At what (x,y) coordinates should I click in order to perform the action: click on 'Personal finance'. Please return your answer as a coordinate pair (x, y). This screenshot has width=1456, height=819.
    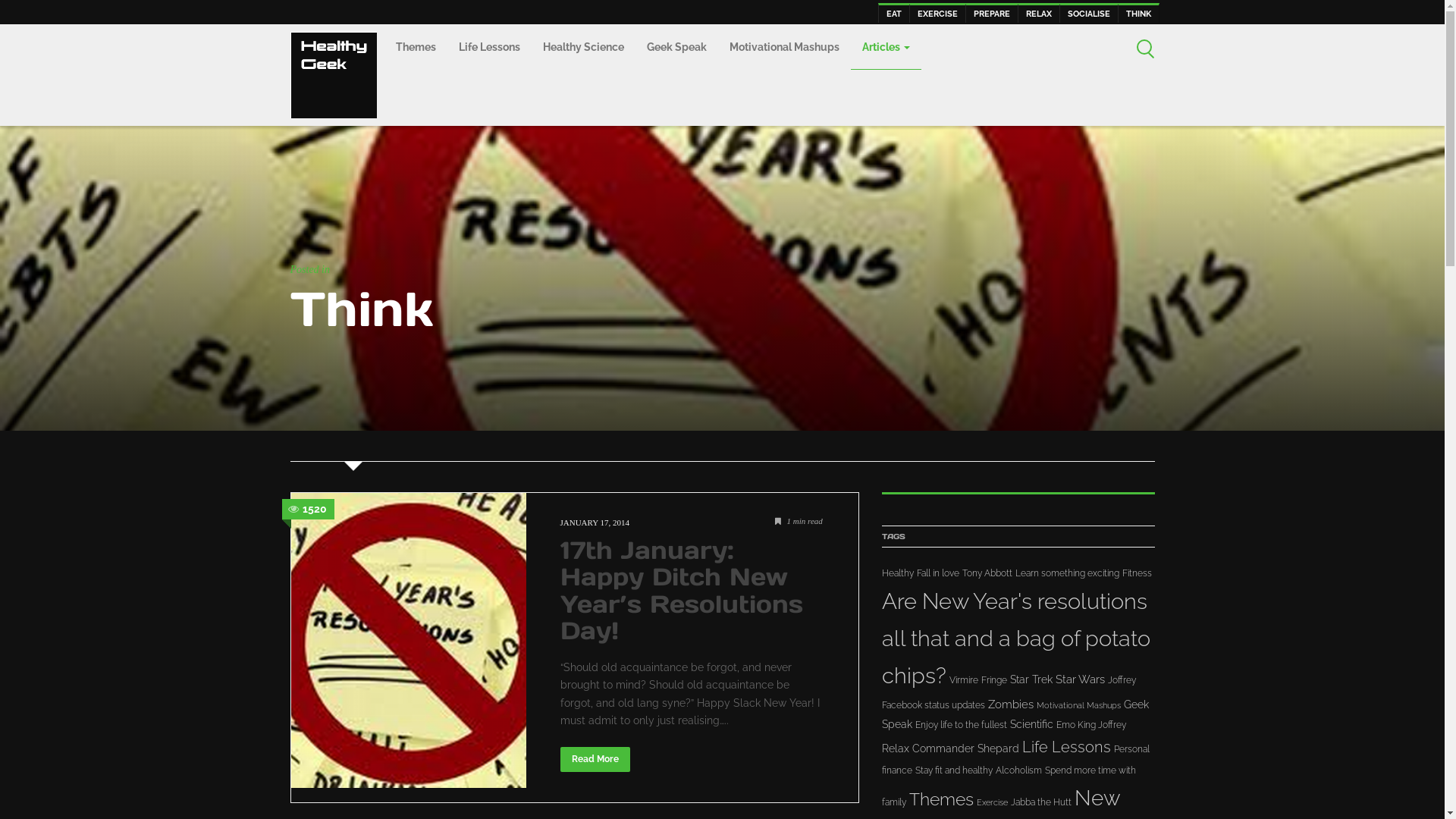
    Looking at the image, I should click on (1015, 760).